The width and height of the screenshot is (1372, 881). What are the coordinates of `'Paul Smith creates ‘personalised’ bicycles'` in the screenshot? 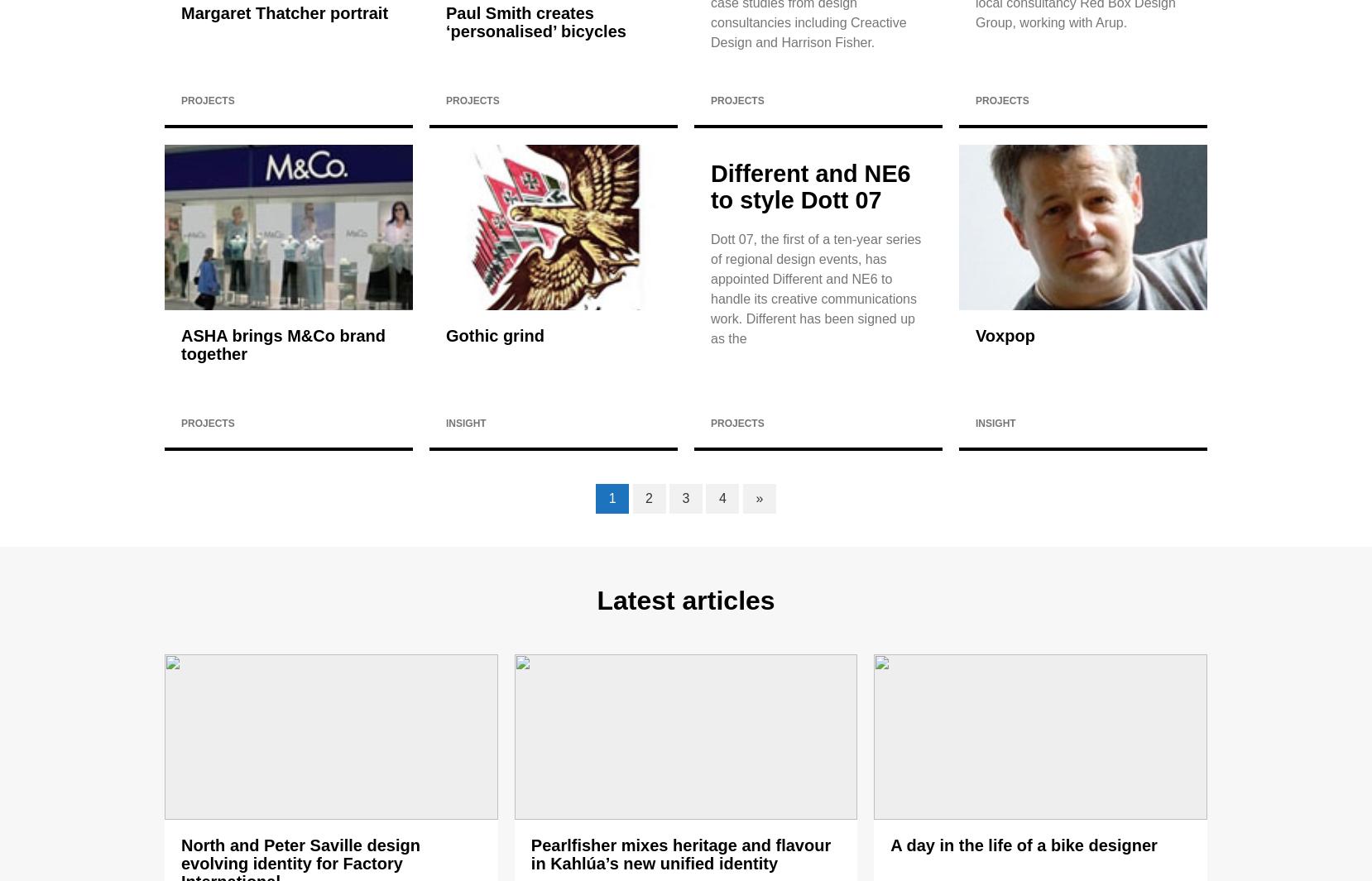 It's located at (446, 22).